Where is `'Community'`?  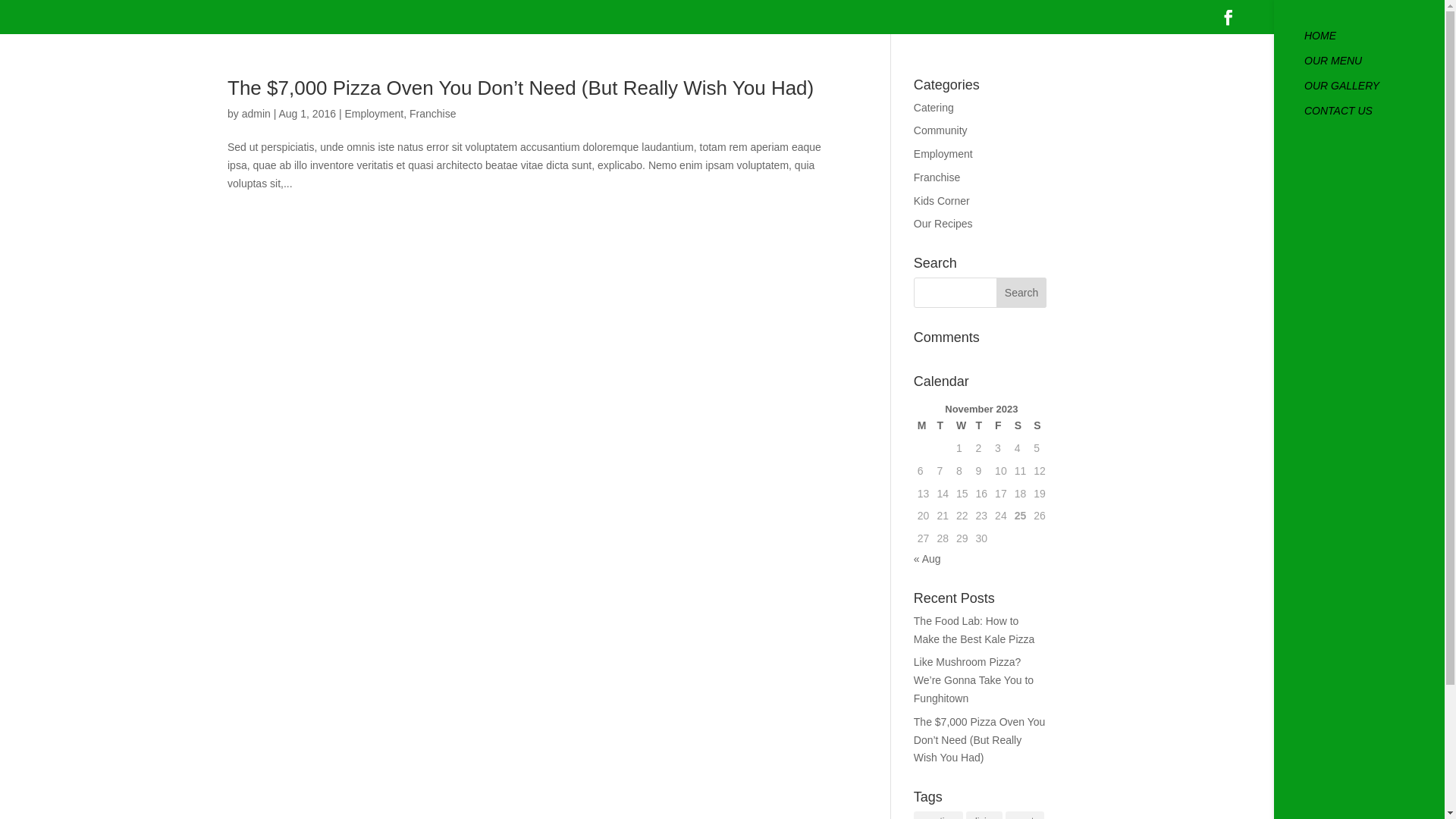 'Community' is located at coordinates (940, 130).